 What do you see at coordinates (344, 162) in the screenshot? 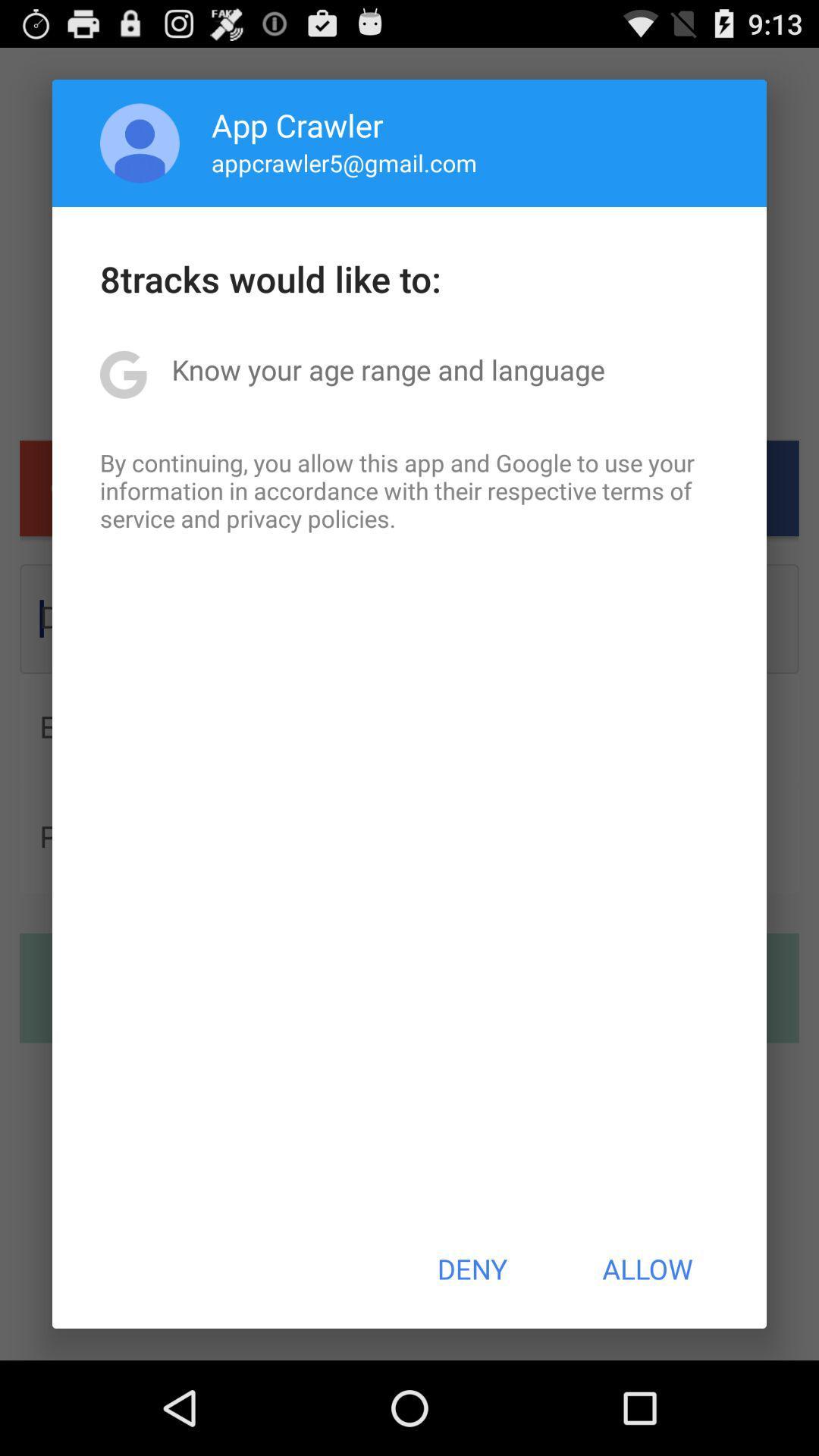
I see `appcrawler5@gmail.com app` at bounding box center [344, 162].